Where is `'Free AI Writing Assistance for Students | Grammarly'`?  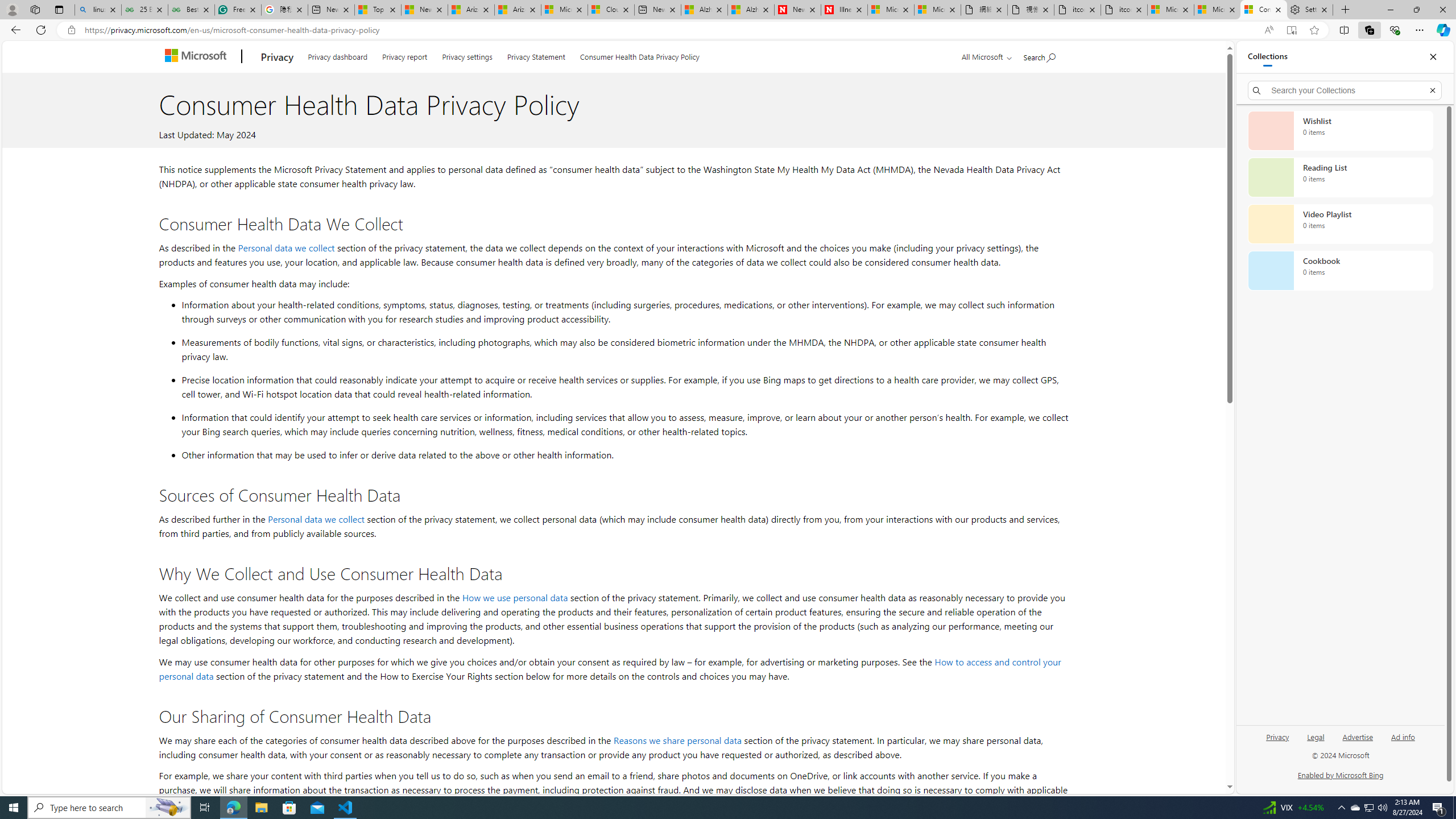 'Free AI Writing Assistance for Students | Grammarly' is located at coordinates (237, 9).